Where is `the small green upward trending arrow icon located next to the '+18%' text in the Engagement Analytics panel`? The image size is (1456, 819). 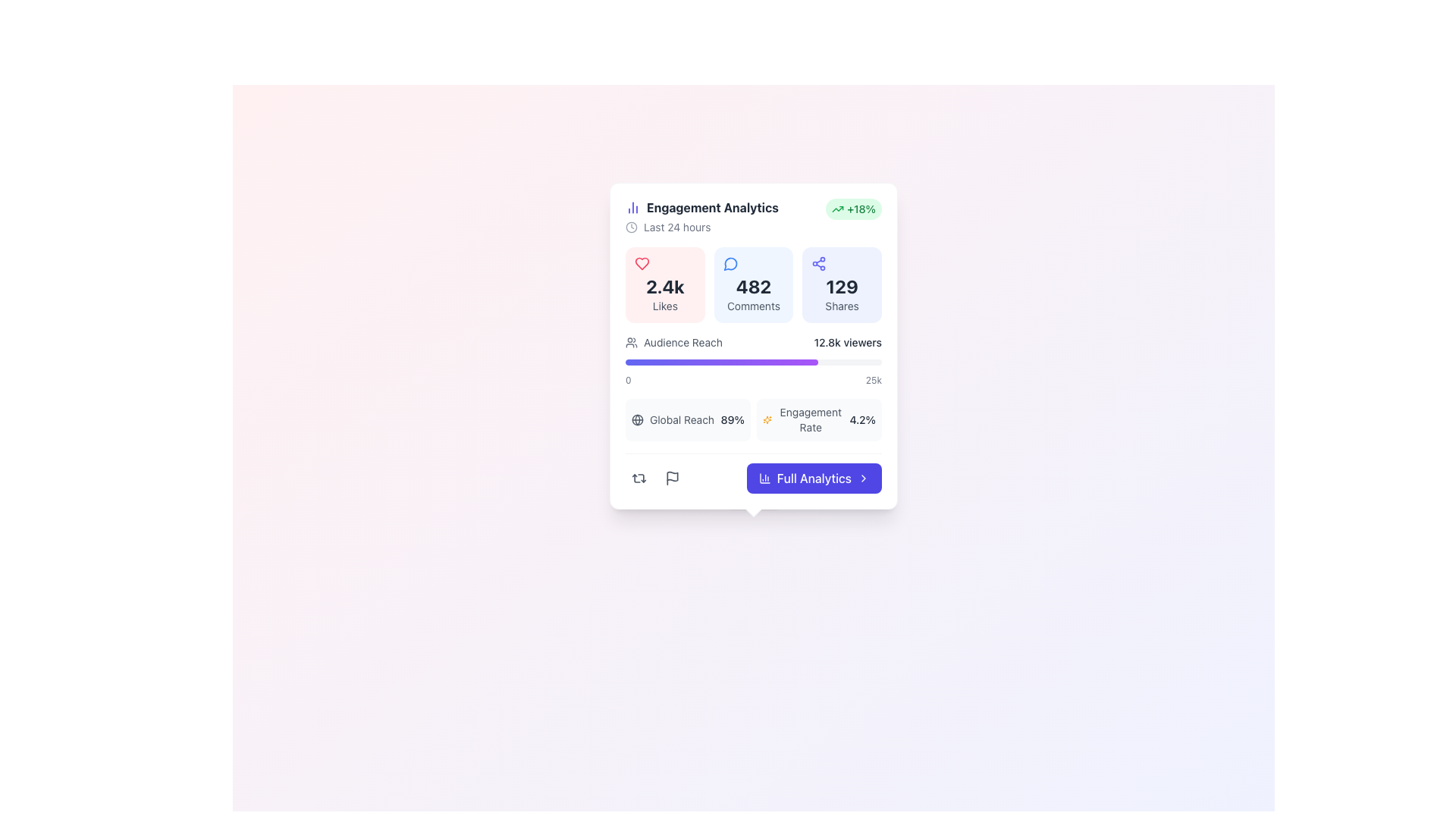 the small green upward trending arrow icon located next to the '+18%' text in the Engagement Analytics panel is located at coordinates (837, 209).